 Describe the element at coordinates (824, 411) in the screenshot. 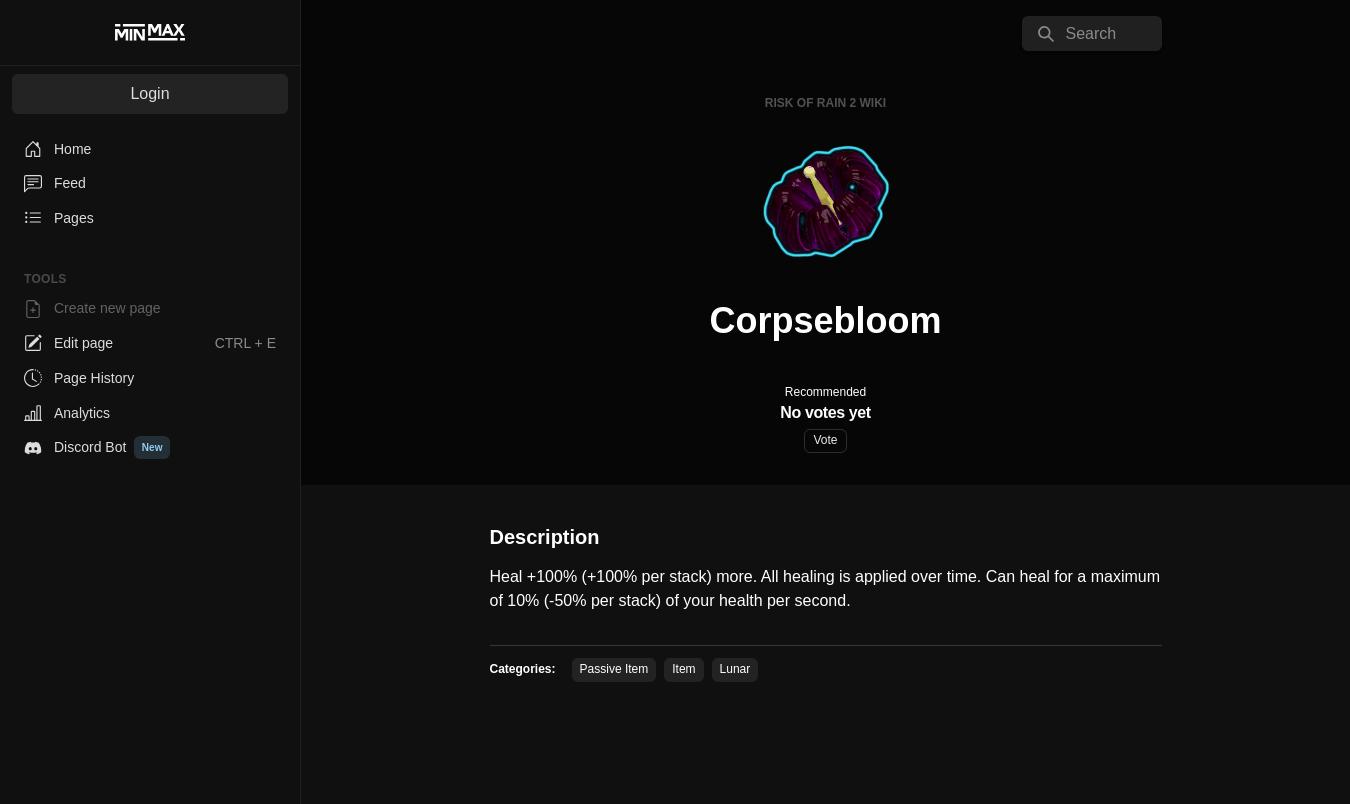

I see `'No votes yet'` at that location.